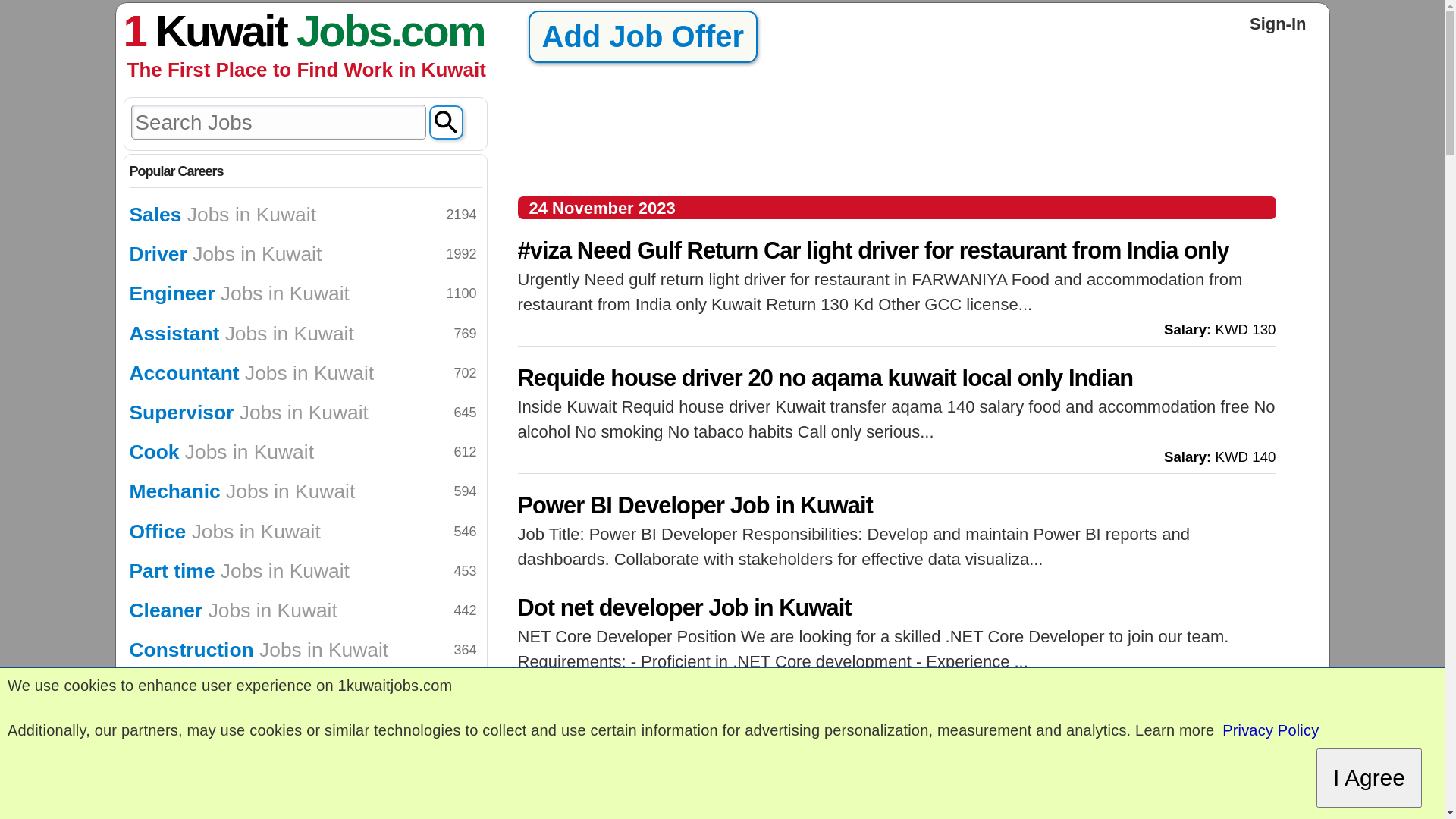 This screenshot has height=819, width=1456. I want to click on 'Accountant Jobs in Kuwait, so click(304, 373).